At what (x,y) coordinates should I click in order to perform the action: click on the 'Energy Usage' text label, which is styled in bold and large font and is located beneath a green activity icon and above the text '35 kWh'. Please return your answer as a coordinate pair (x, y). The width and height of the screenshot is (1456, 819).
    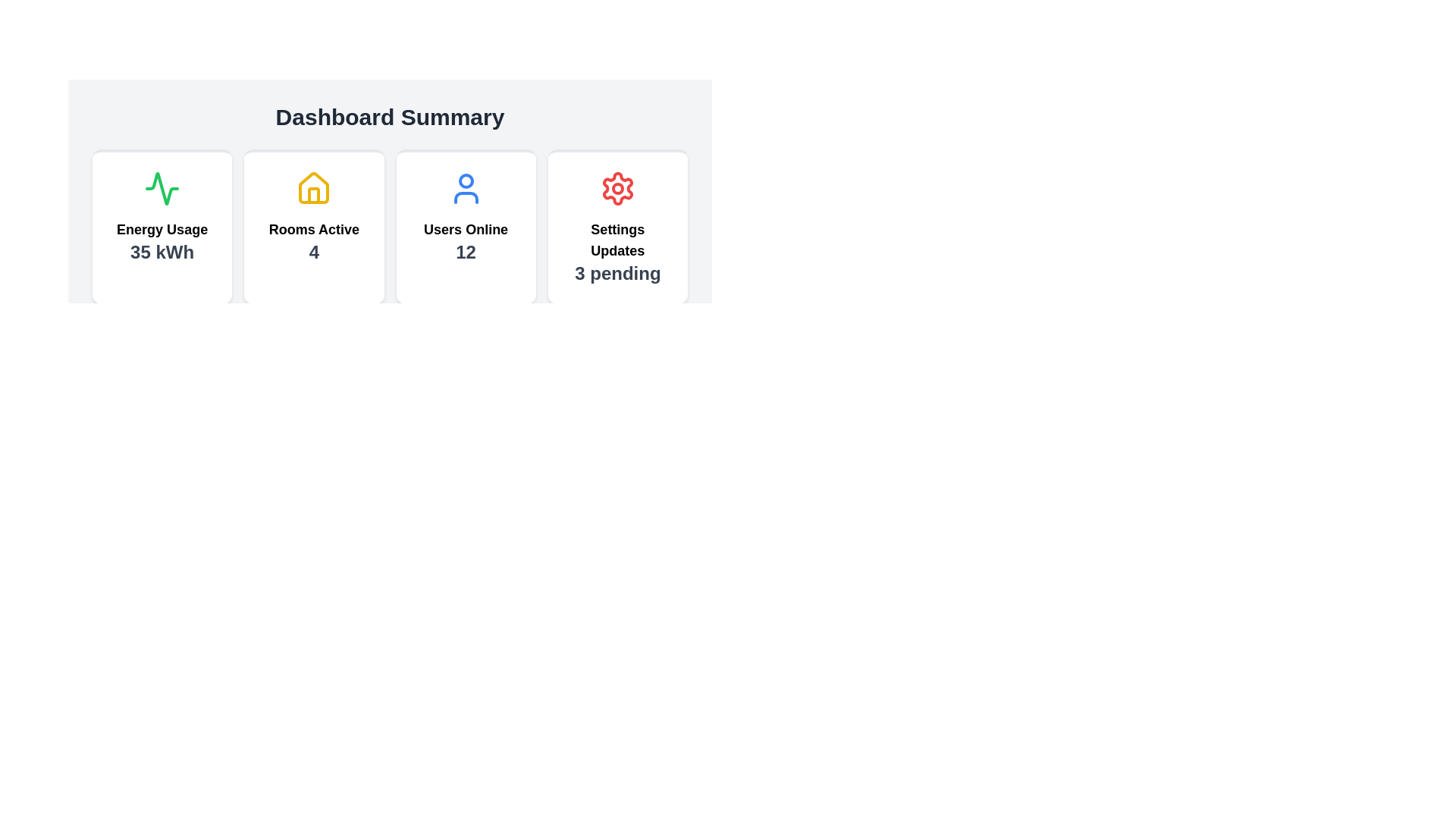
    Looking at the image, I should click on (162, 230).